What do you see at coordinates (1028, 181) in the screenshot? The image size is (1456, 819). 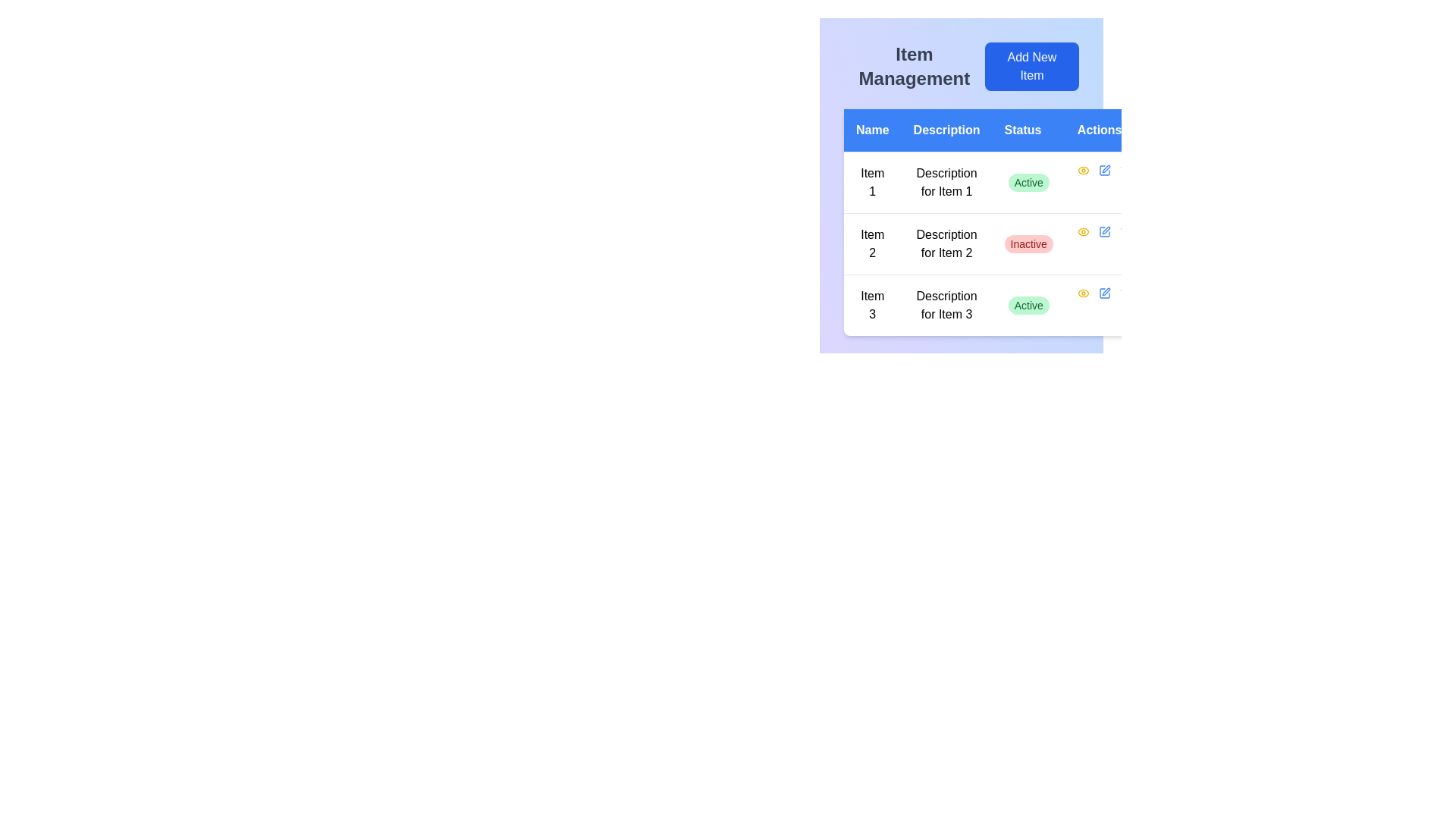 I see `the 'Active' status label, which is a pill-shaped label with a green background and dark green text, located in the 'Status' column of the first row in a table-like layout` at bounding box center [1028, 181].